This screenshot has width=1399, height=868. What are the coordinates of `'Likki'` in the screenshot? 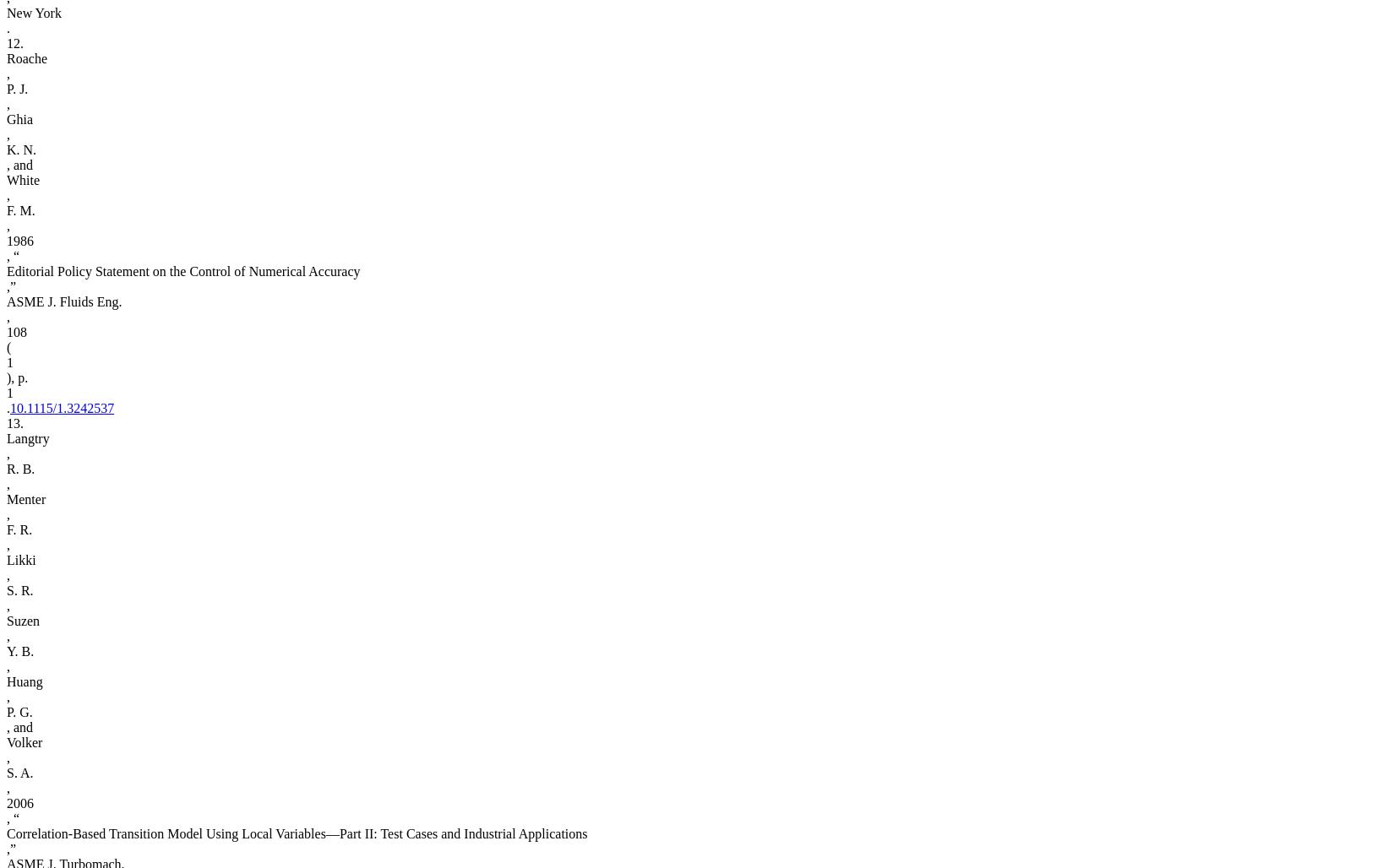 It's located at (20, 560).